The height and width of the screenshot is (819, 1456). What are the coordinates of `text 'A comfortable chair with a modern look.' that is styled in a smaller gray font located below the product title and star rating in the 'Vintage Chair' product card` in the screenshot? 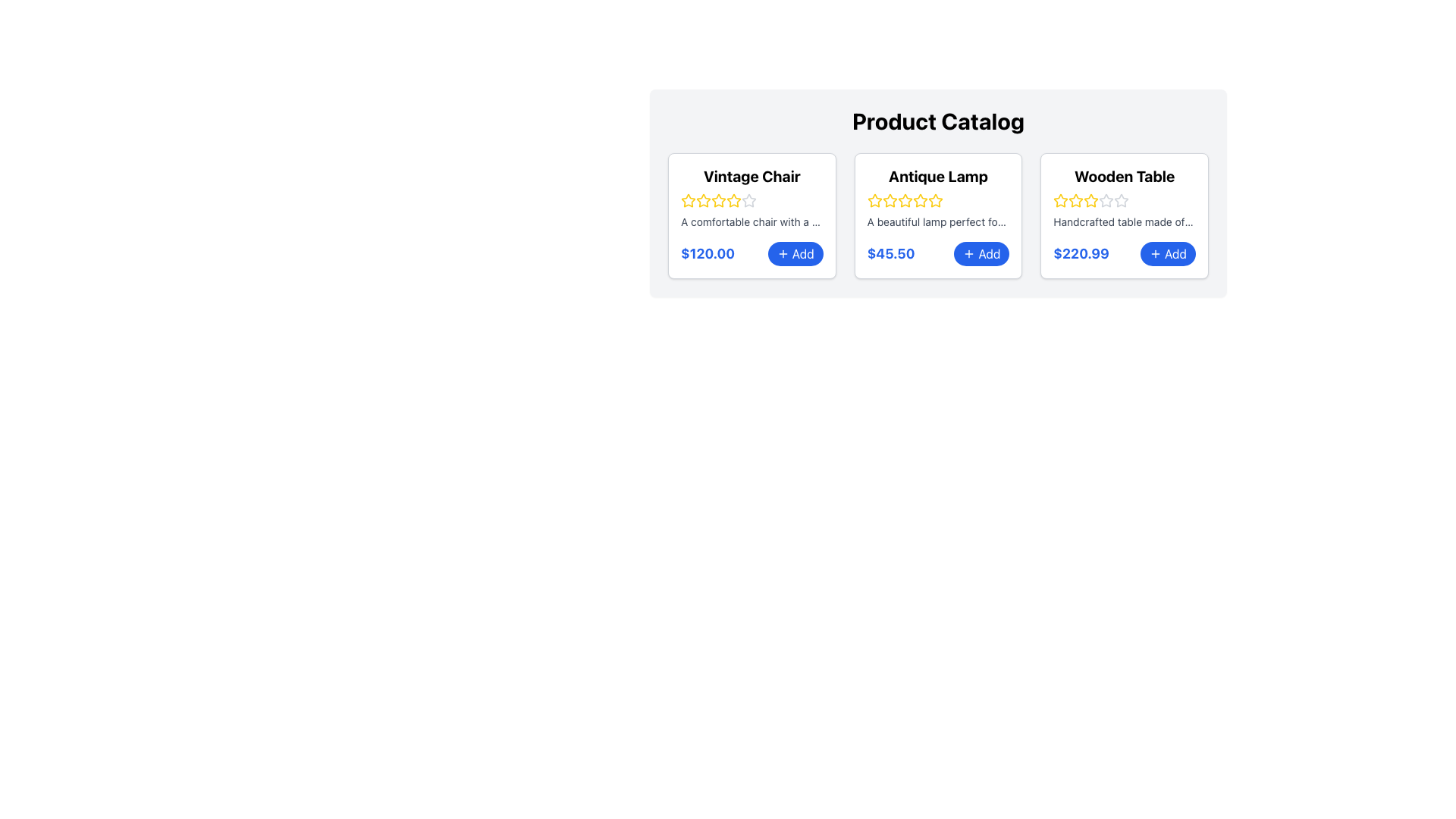 It's located at (752, 222).